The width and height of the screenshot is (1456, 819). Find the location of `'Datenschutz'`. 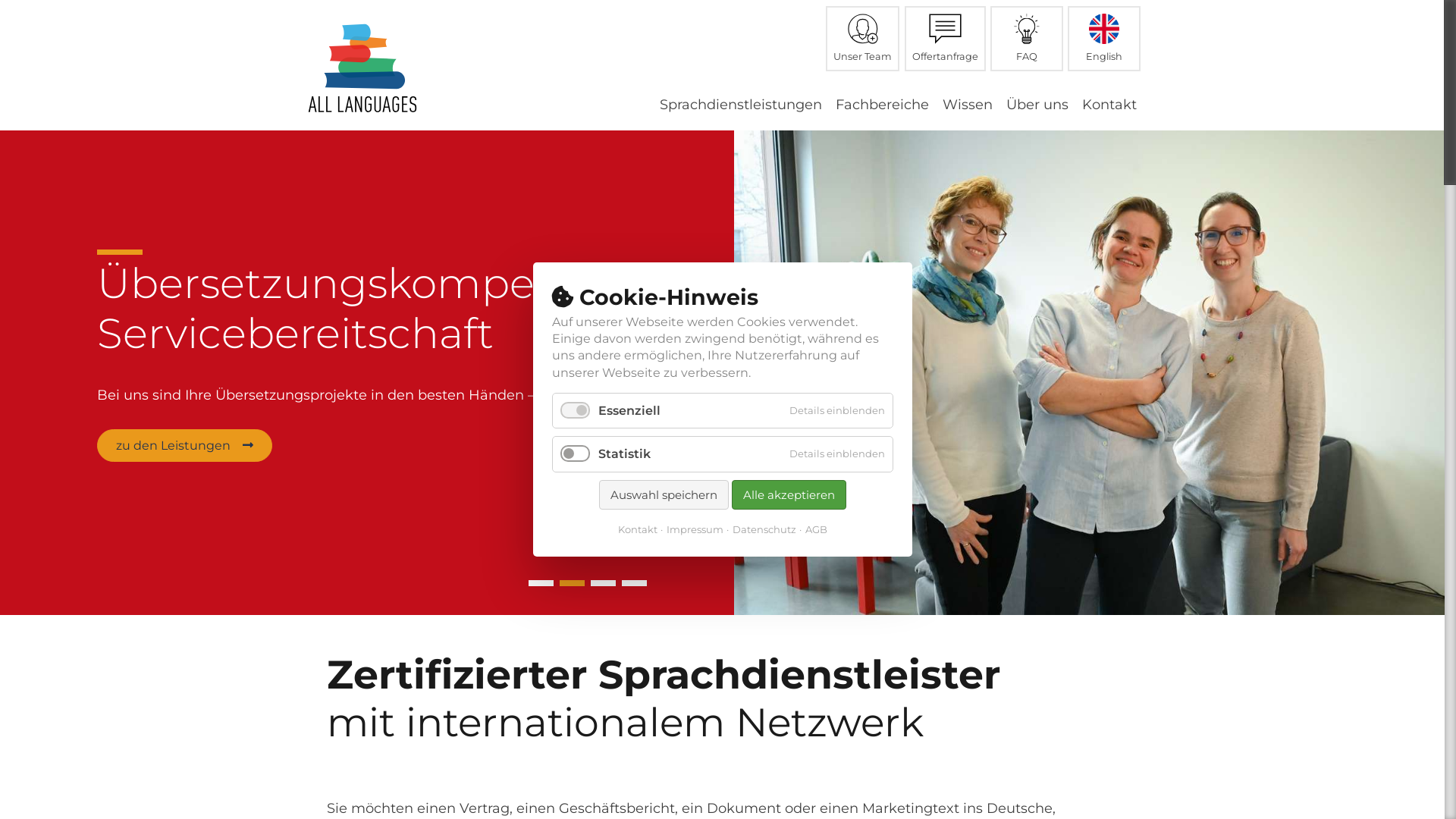

'Datenschutz' is located at coordinates (726, 529).